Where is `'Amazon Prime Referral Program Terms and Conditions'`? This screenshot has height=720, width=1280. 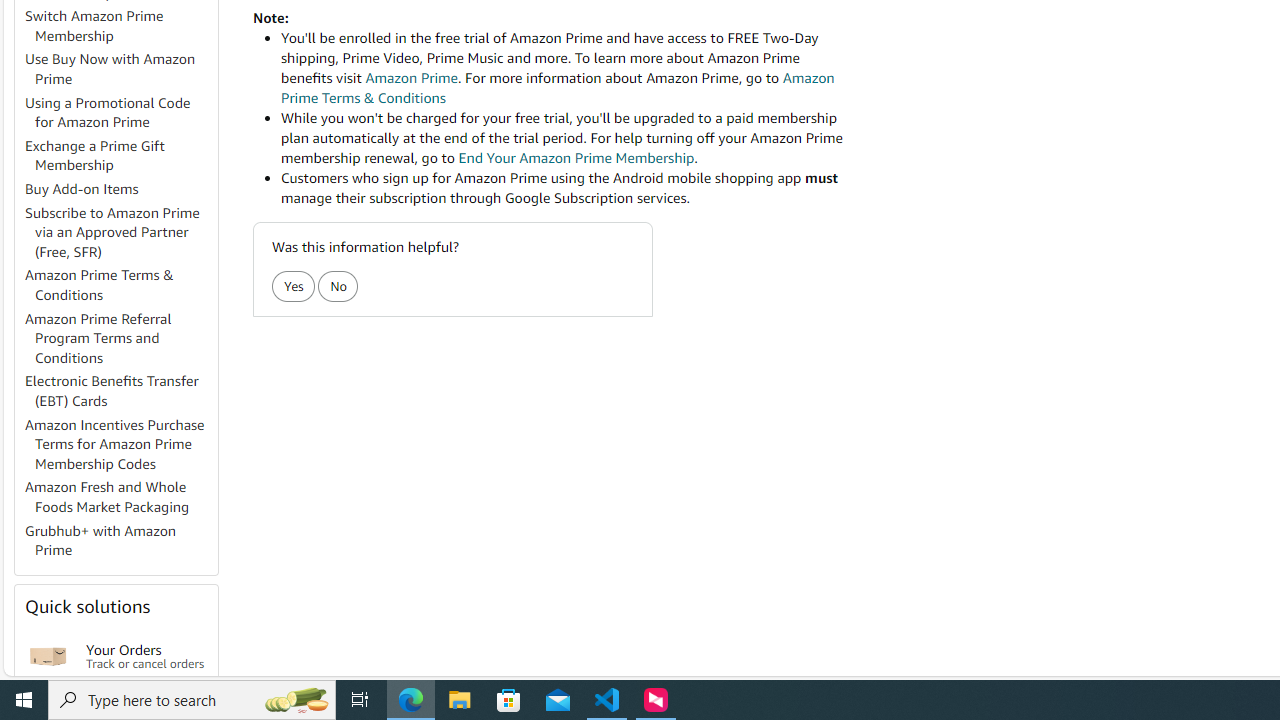
'Amazon Prime Referral Program Terms and Conditions' is located at coordinates (97, 337).